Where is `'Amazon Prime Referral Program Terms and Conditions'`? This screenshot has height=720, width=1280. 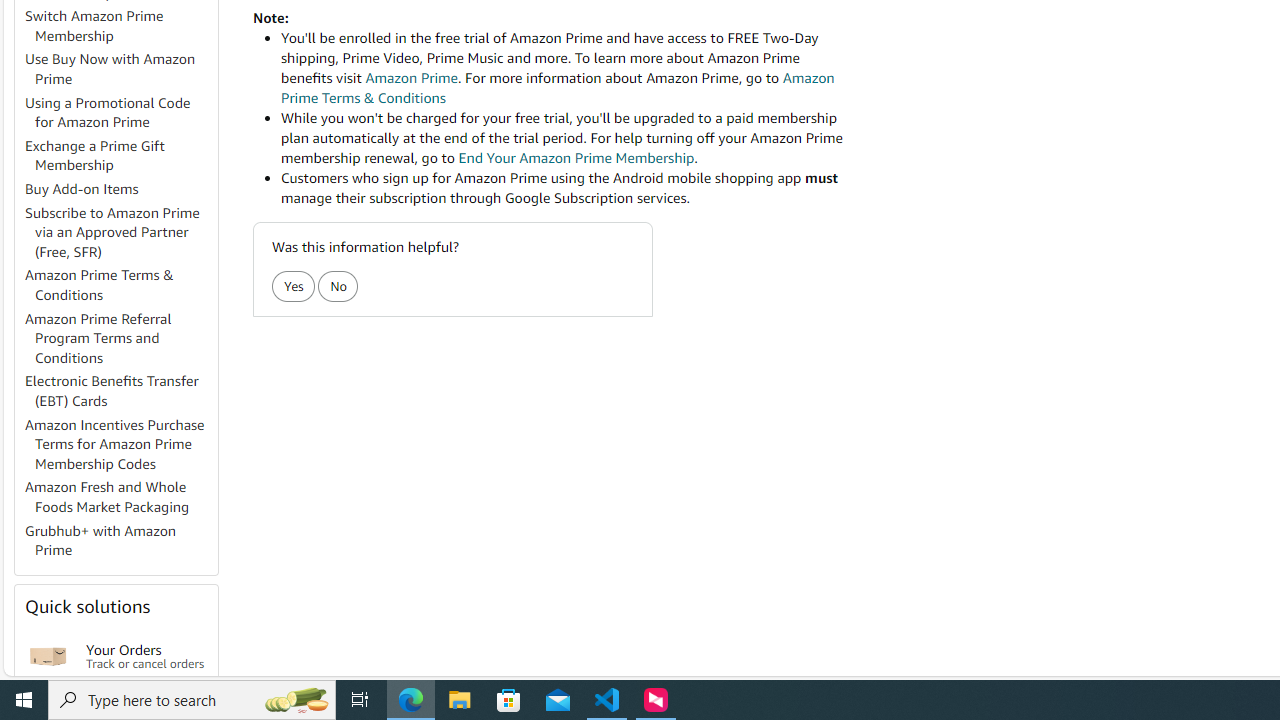
'Amazon Prime Referral Program Terms and Conditions' is located at coordinates (97, 337).